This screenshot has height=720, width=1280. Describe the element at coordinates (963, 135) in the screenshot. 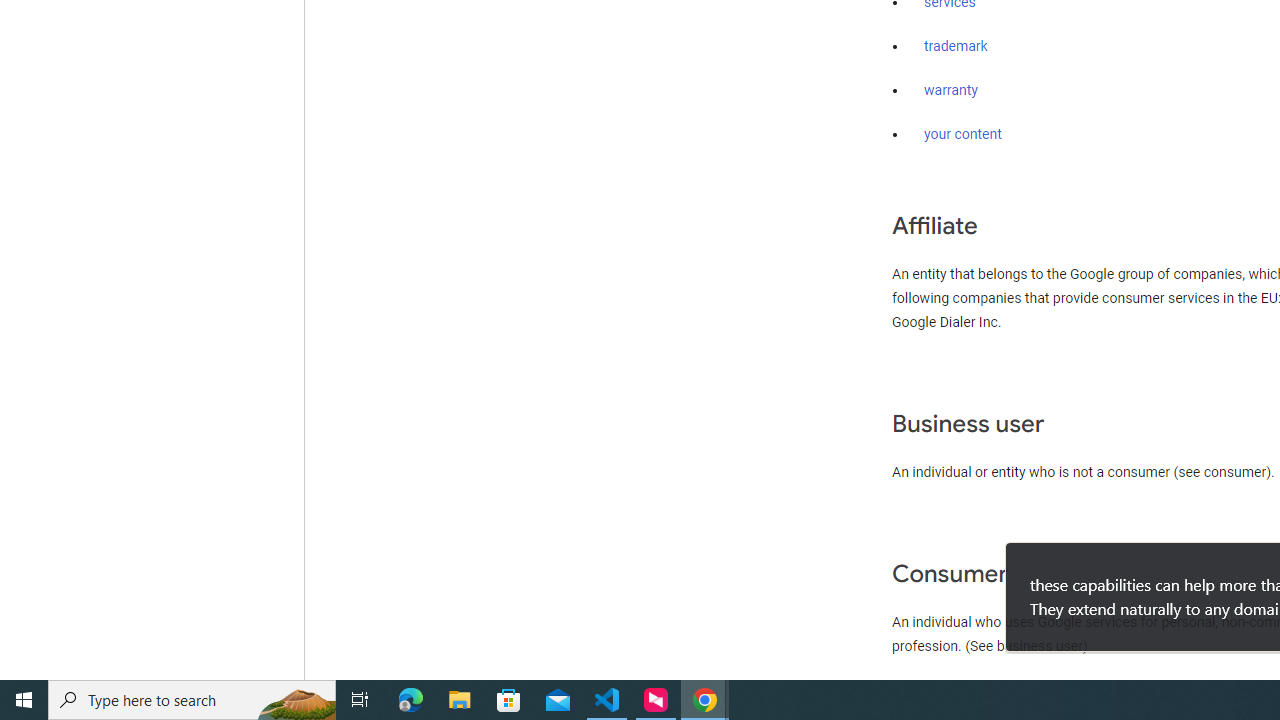

I see `'your content'` at that location.